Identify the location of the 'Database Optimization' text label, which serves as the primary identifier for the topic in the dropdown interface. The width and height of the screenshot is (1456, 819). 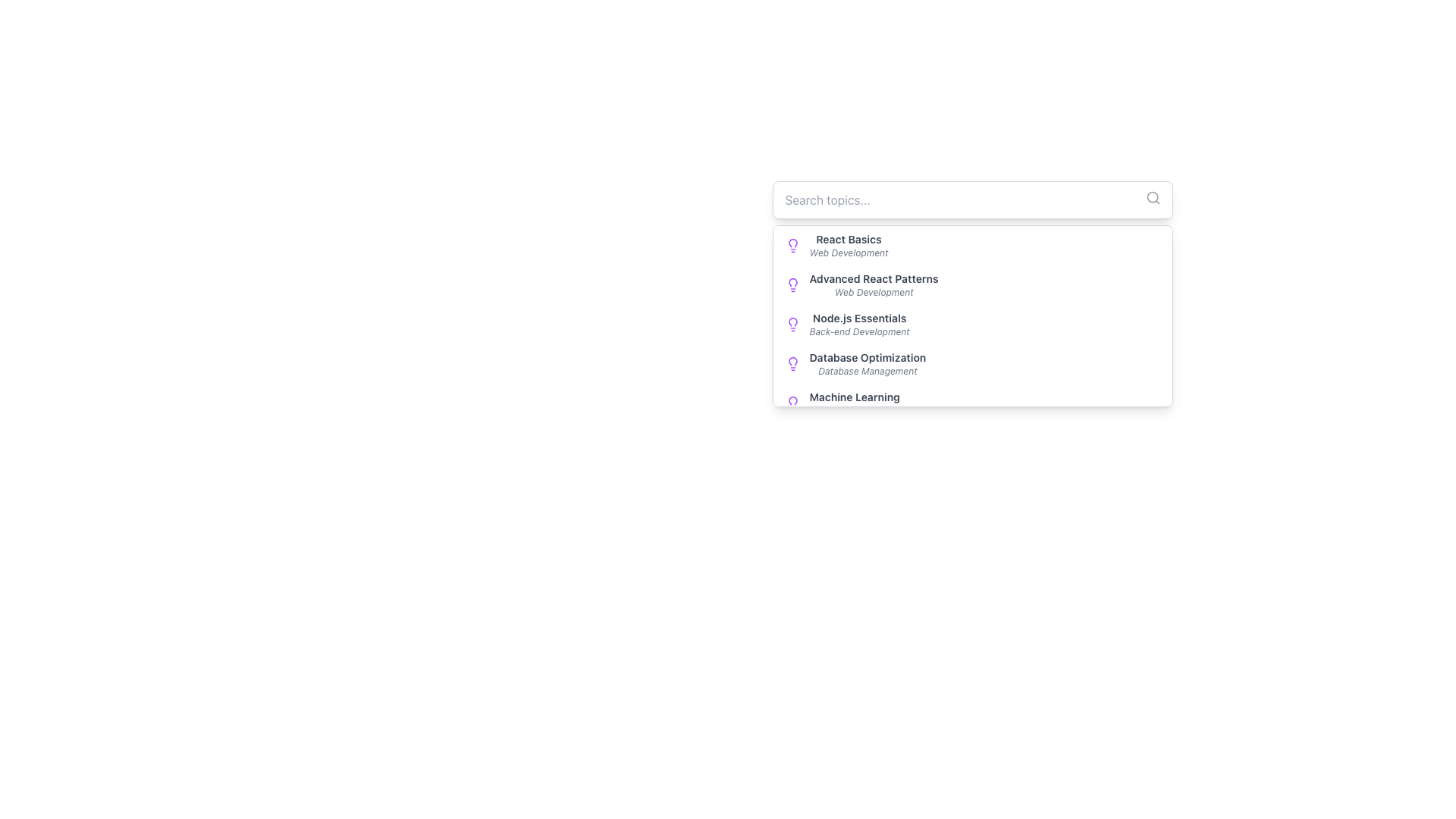
(868, 357).